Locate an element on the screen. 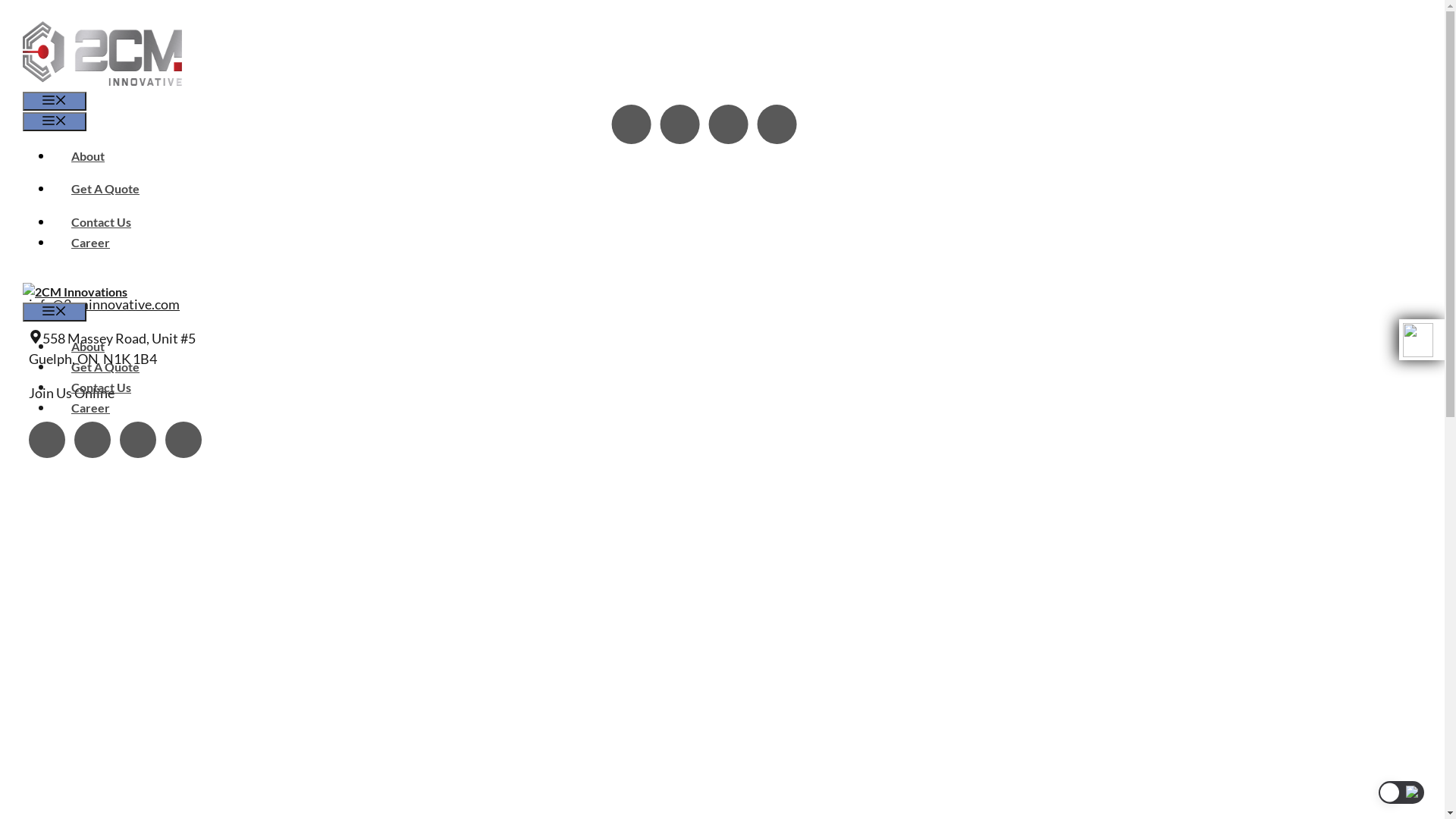  'Get A Quote' is located at coordinates (105, 187).